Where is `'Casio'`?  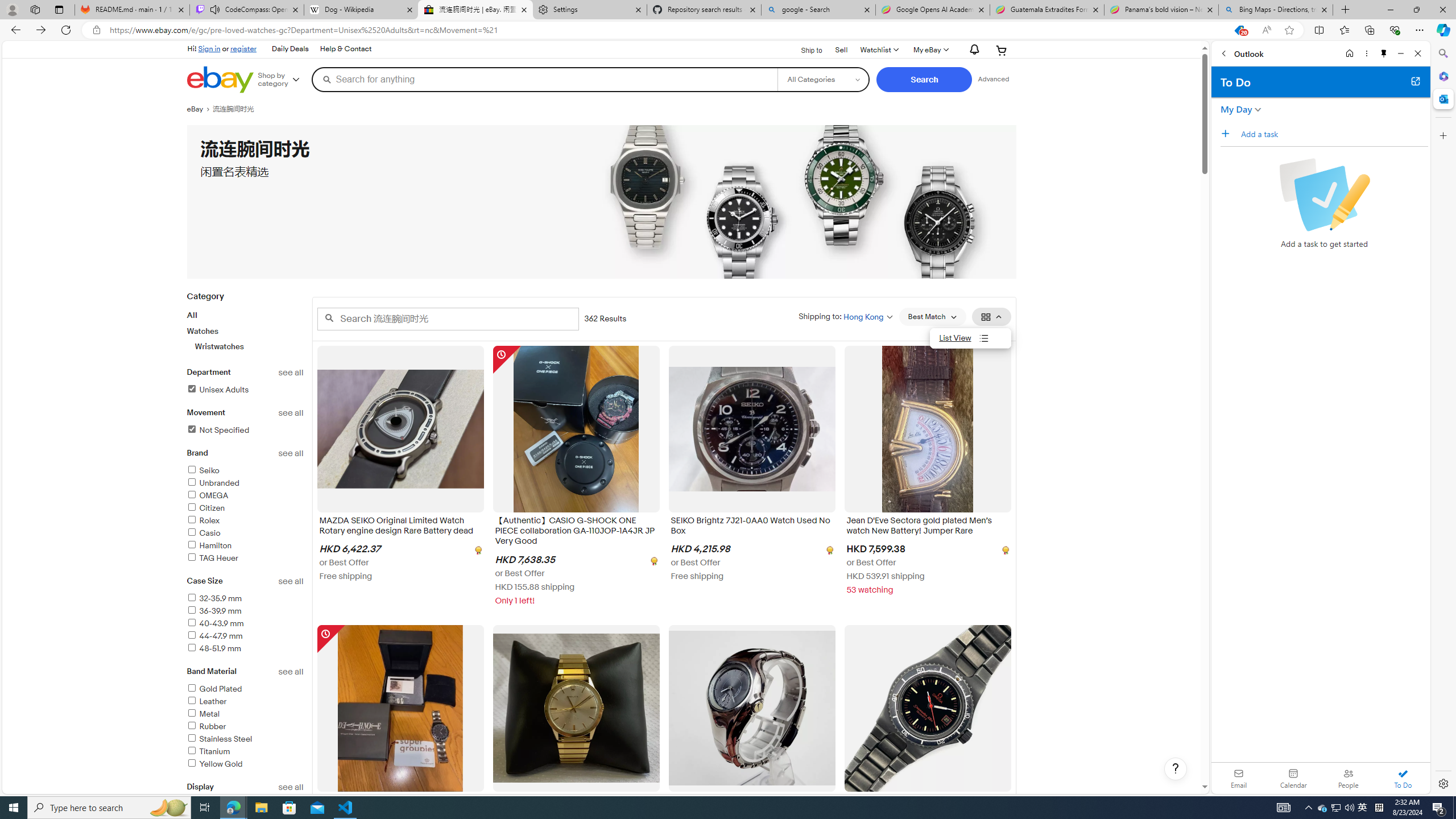
'Casio' is located at coordinates (245, 533).